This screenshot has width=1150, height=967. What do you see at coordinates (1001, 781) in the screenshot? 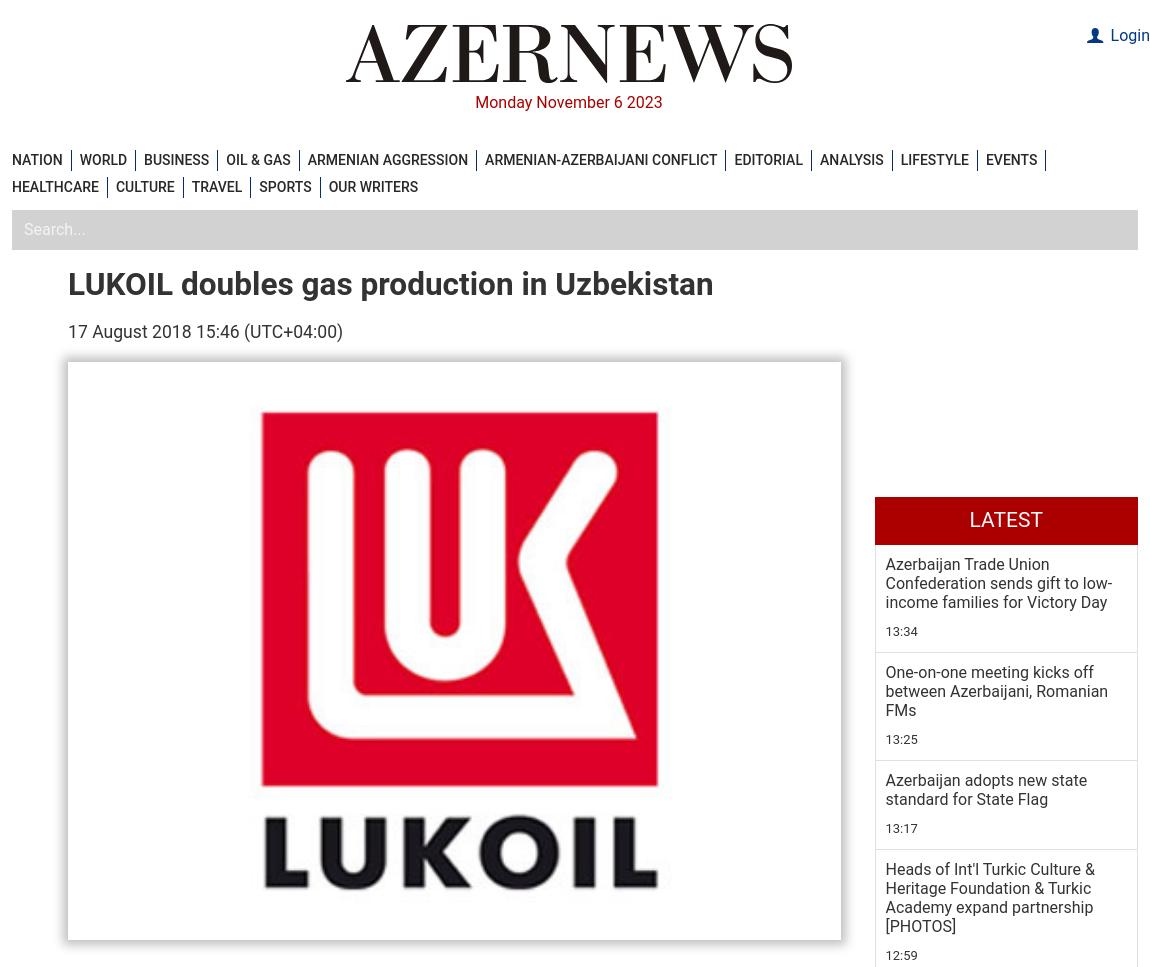
I see `'Afghanistan opium poppy supply plummets 95% after Taliban ban'` at bounding box center [1001, 781].